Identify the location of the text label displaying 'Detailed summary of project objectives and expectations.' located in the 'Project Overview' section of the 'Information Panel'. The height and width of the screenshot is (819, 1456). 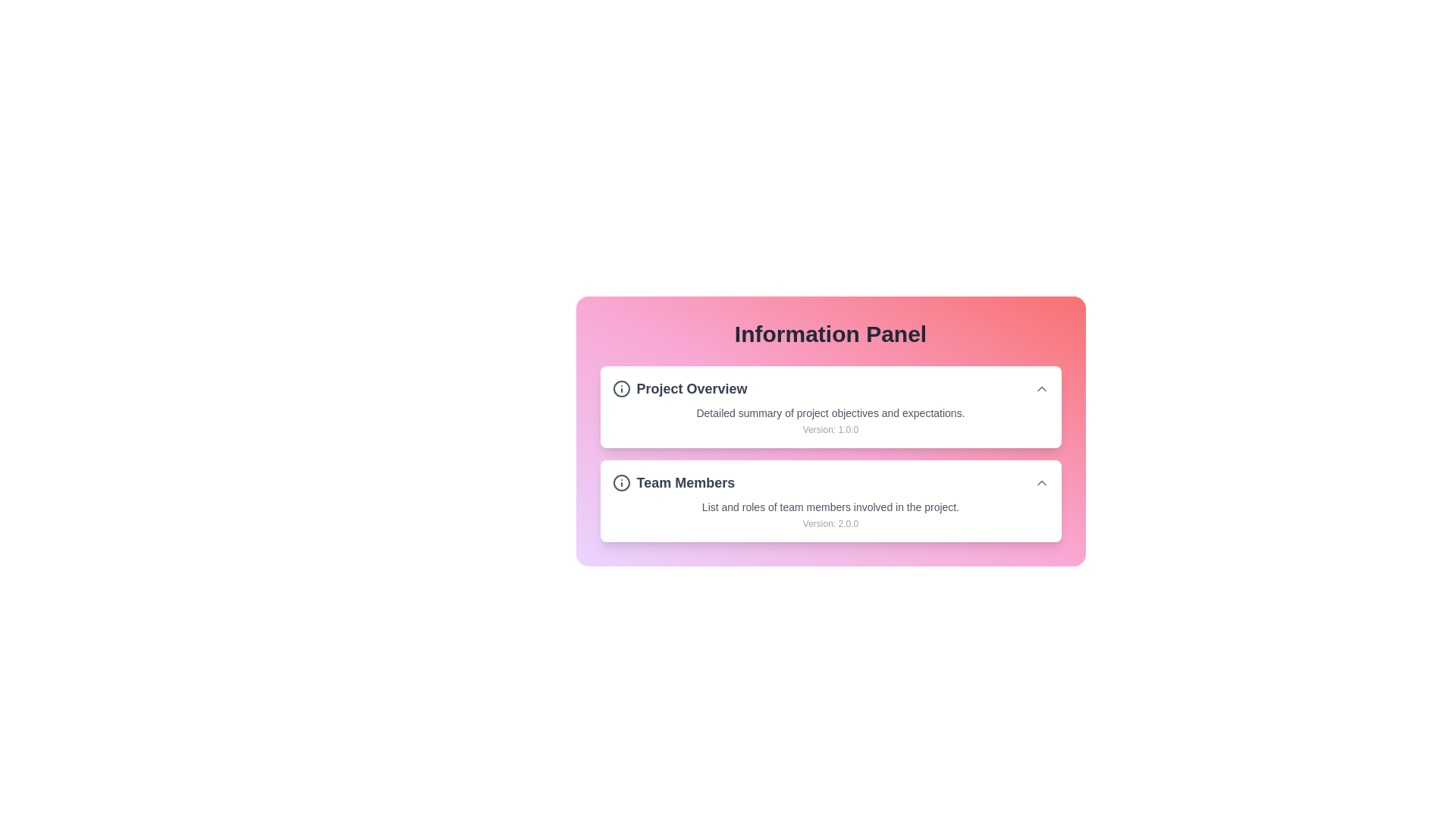
(830, 413).